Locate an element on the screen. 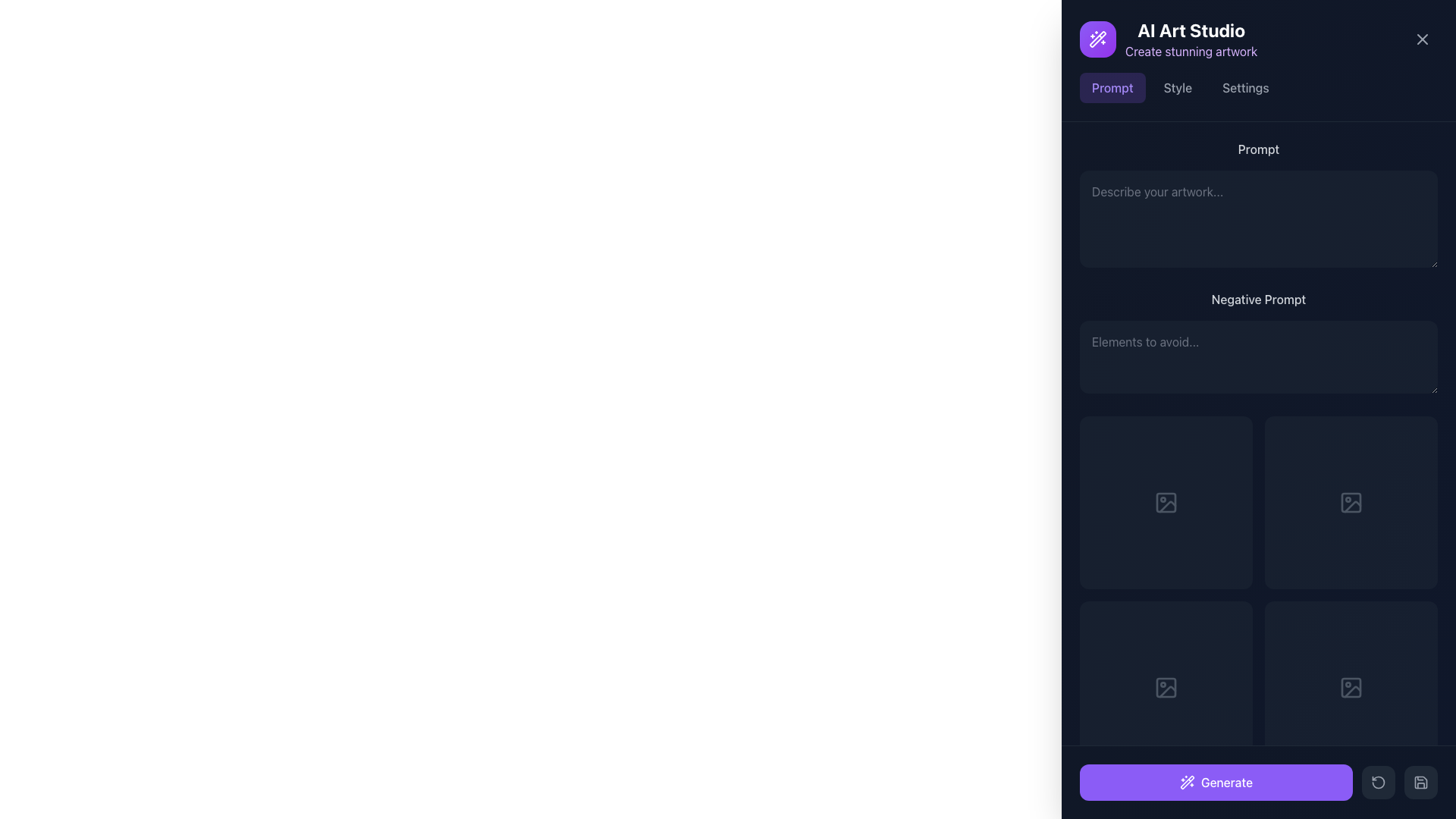 Image resolution: width=1456 pixels, height=819 pixels. the grid layout located in the lower region of the interface, below the 'Negative Prompt' input box, which consists of four squares is located at coordinates (1259, 595).